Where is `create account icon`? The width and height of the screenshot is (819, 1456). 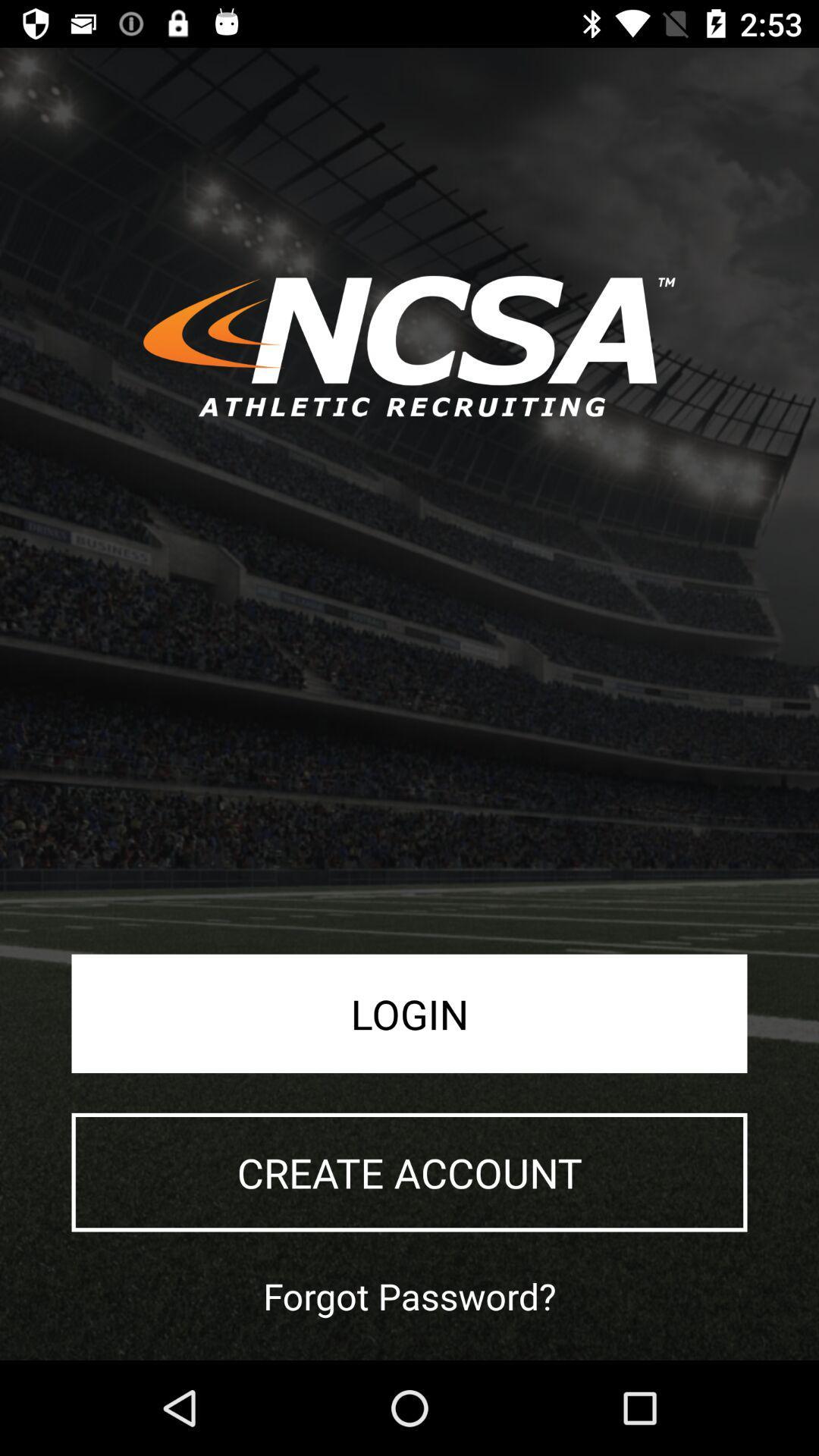 create account icon is located at coordinates (409, 1172).